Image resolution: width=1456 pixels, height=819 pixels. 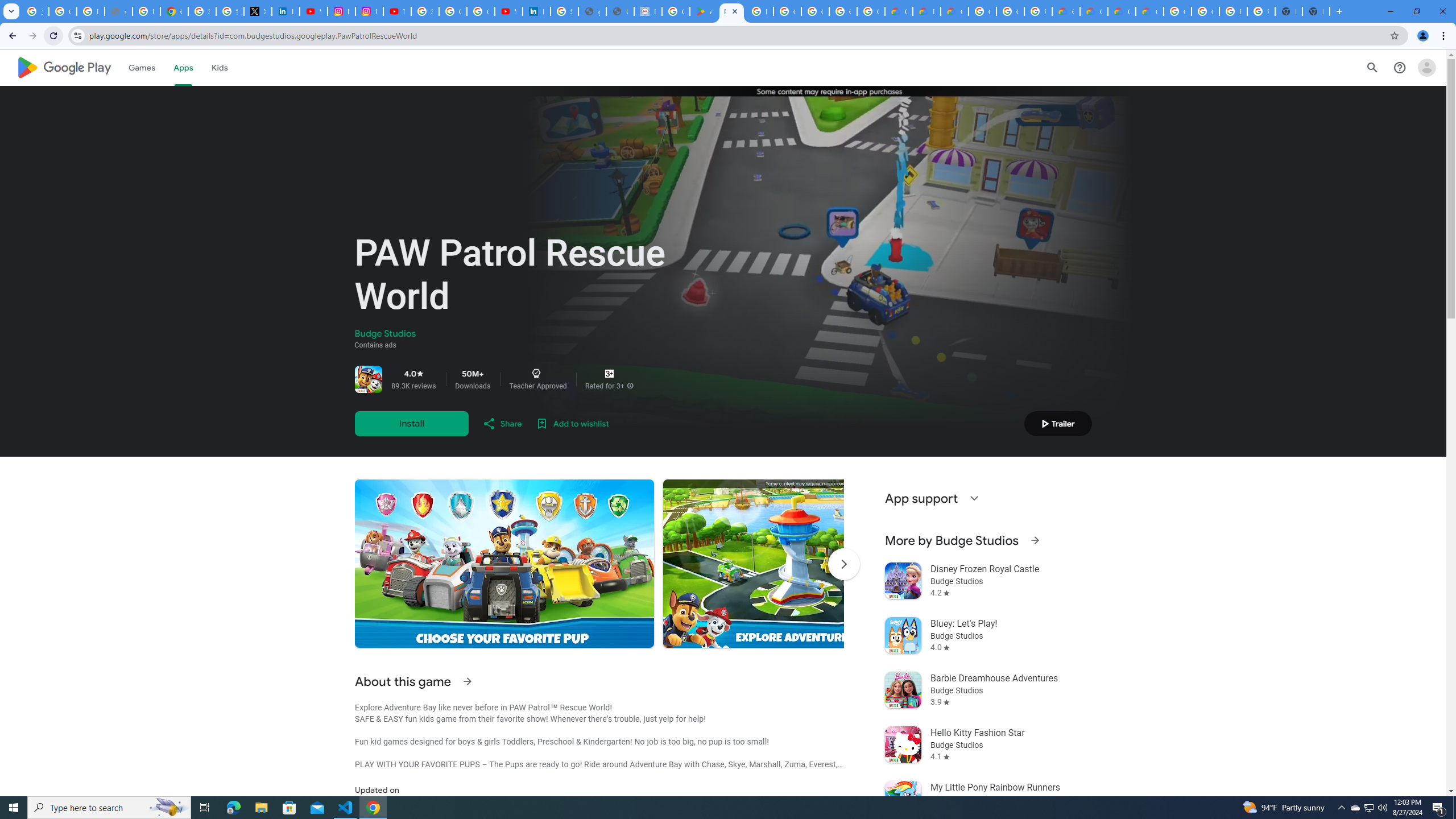 I want to click on 'YouTube Content Monetization Policies - How YouTube Works', so click(x=313, y=11).